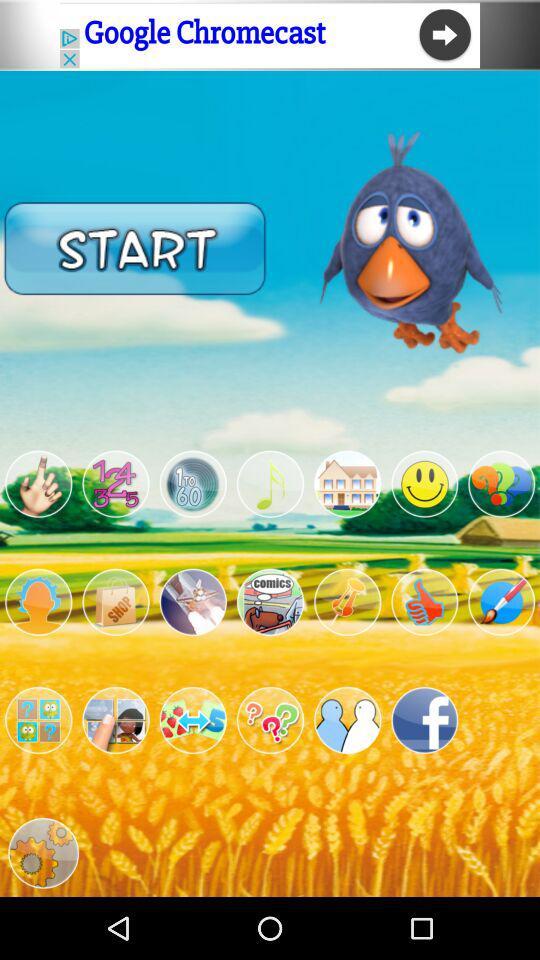 This screenshot has width=540, height=960. I want to click on option button, so click(193, 483).